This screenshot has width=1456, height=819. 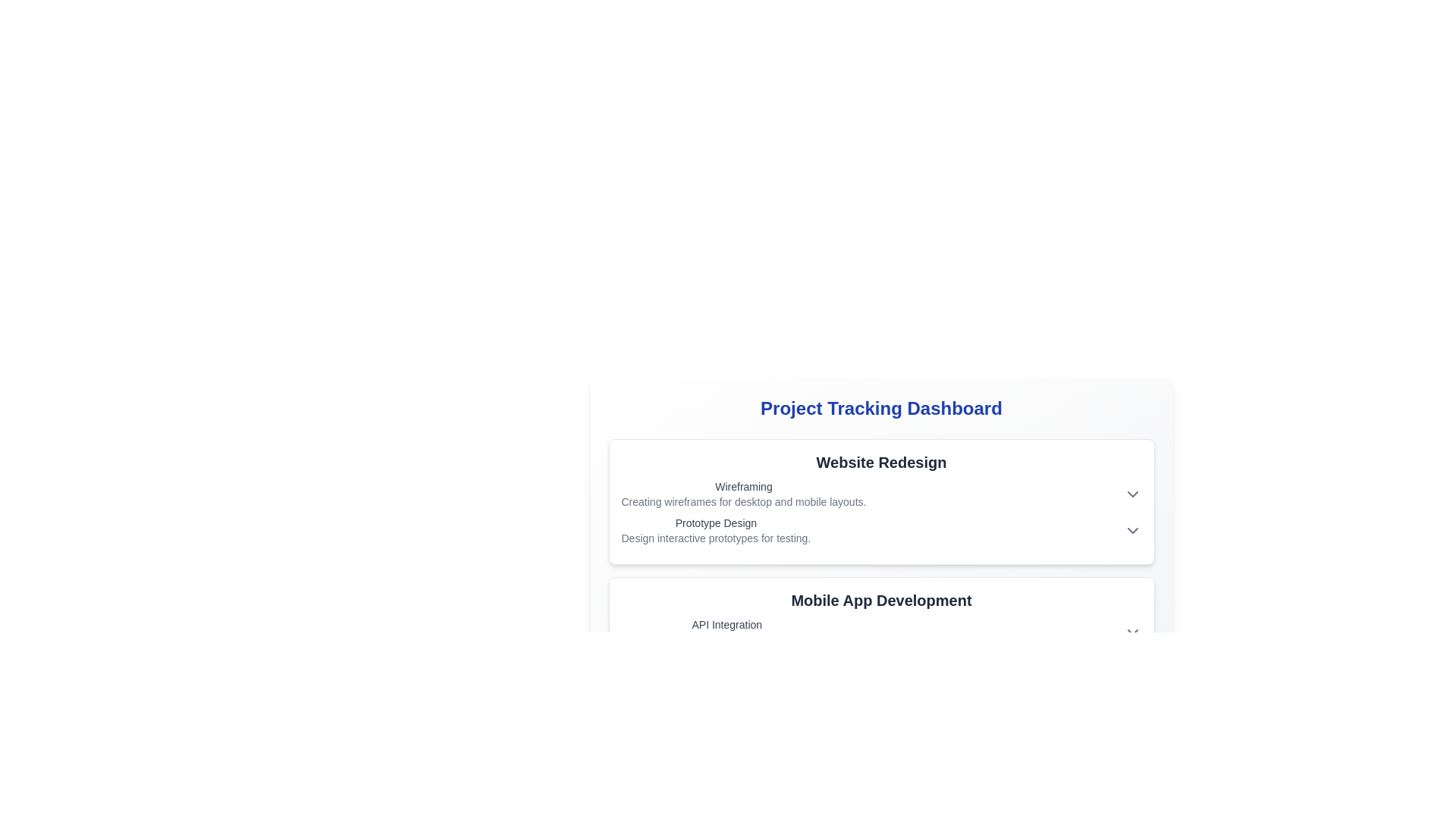 I want to click on the Static Text Label displaying 'API Integration' located under the section 'Mobile App Development', so click(x=726, y=625).